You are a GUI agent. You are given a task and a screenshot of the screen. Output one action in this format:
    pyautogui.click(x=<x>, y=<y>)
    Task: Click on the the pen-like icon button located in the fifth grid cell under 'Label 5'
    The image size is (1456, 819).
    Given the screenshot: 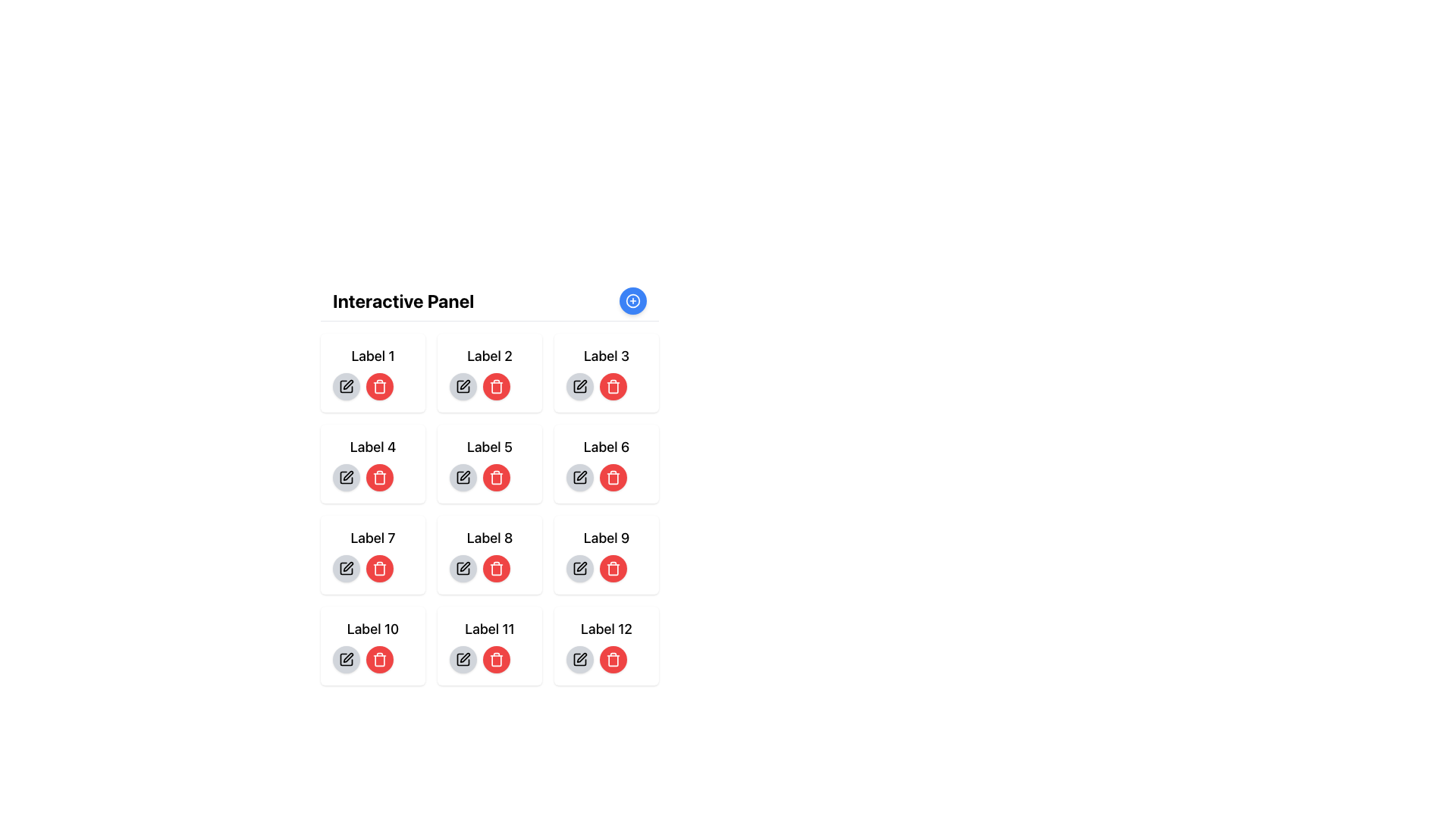 What is the action you would take?
    pyautogui.click(x=464, y=475)
    